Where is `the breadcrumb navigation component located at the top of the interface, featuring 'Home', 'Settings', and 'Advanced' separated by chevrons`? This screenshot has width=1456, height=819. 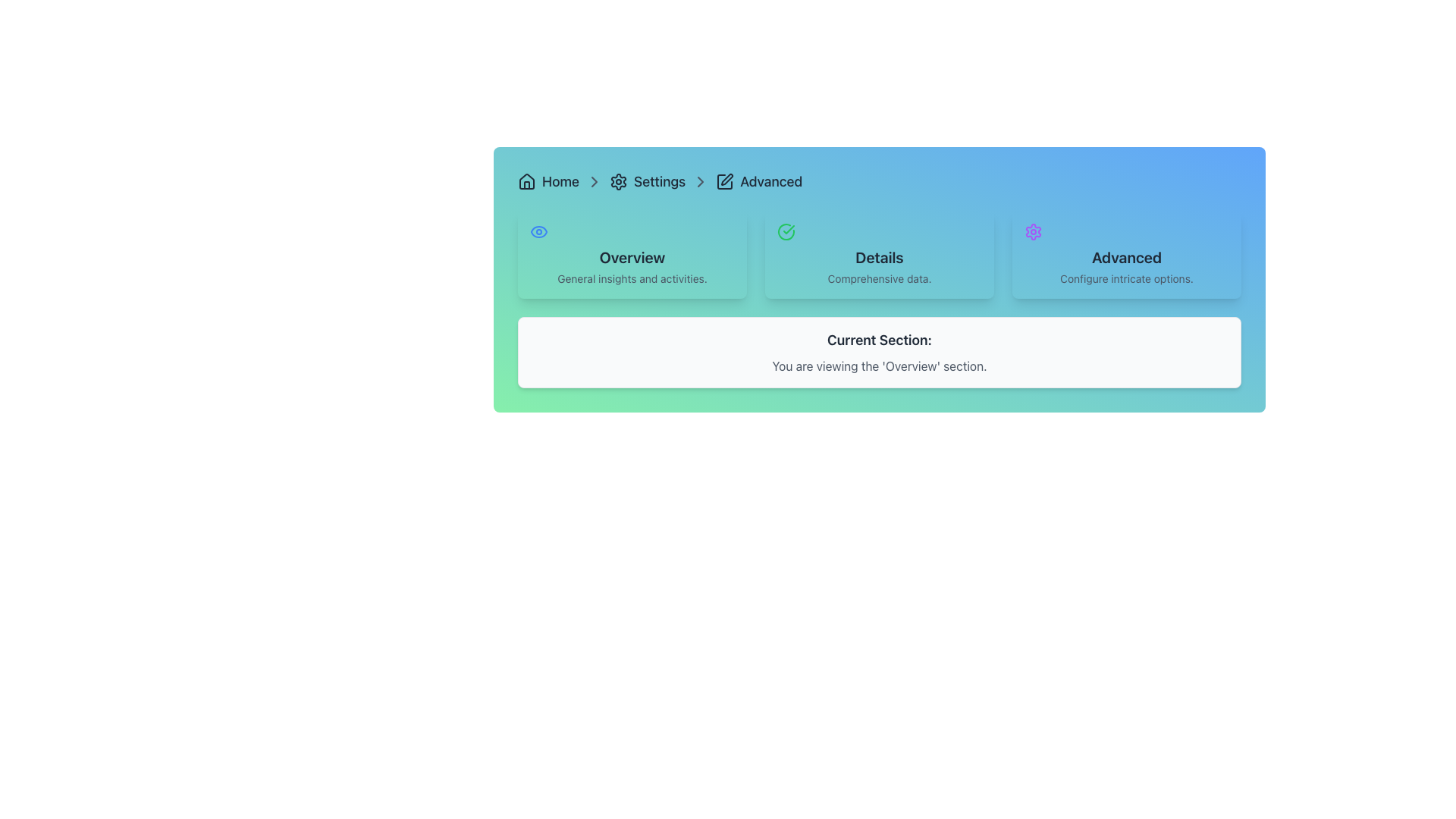 the breadcrumb navigation component located at the top of the interface, featuring 'Home', 'Settings', and 'Advanced' separated by chevrons is located at coordinates (880, 180).